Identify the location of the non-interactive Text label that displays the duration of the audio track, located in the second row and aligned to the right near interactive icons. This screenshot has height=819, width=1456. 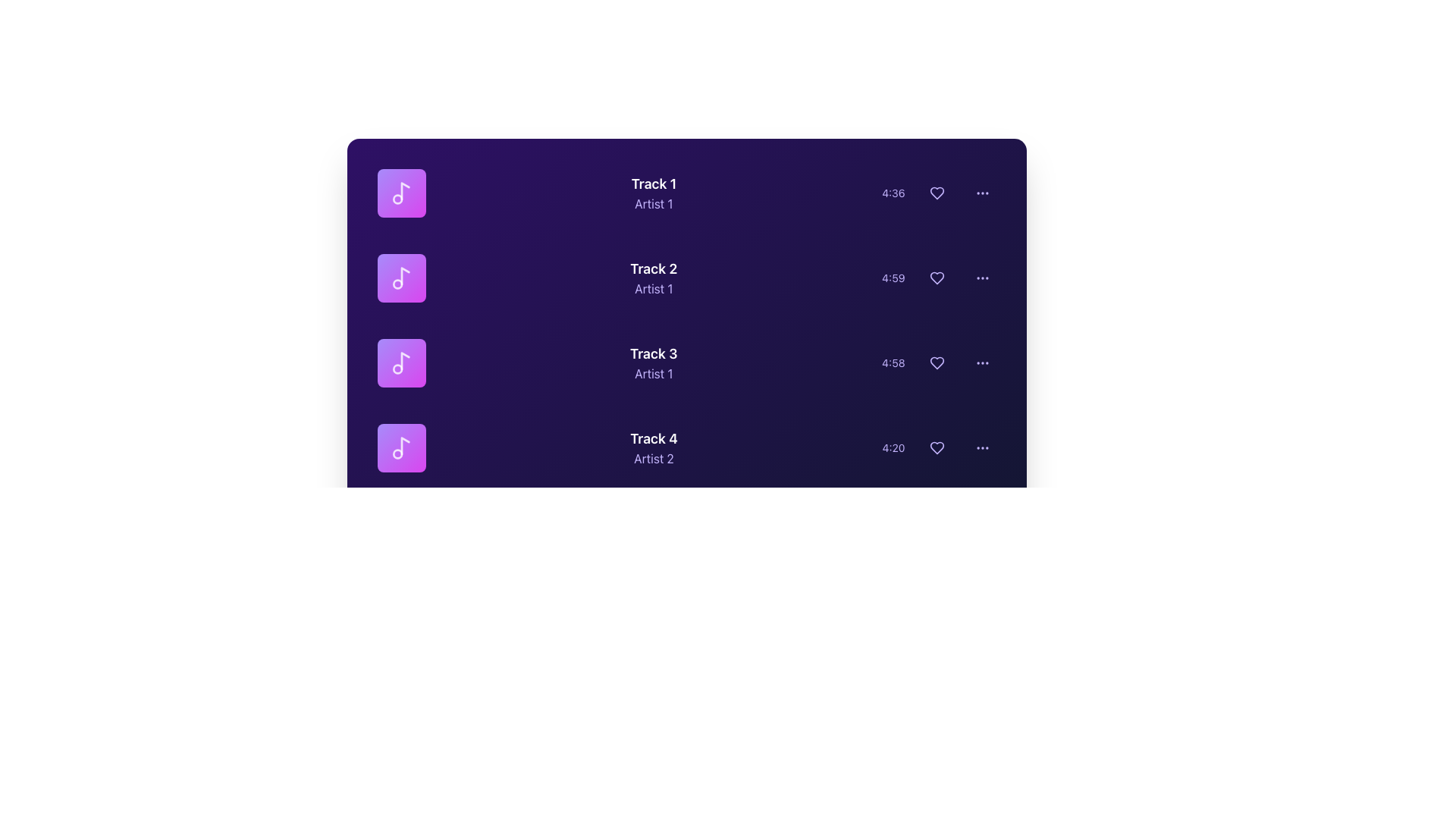
(893, 278).